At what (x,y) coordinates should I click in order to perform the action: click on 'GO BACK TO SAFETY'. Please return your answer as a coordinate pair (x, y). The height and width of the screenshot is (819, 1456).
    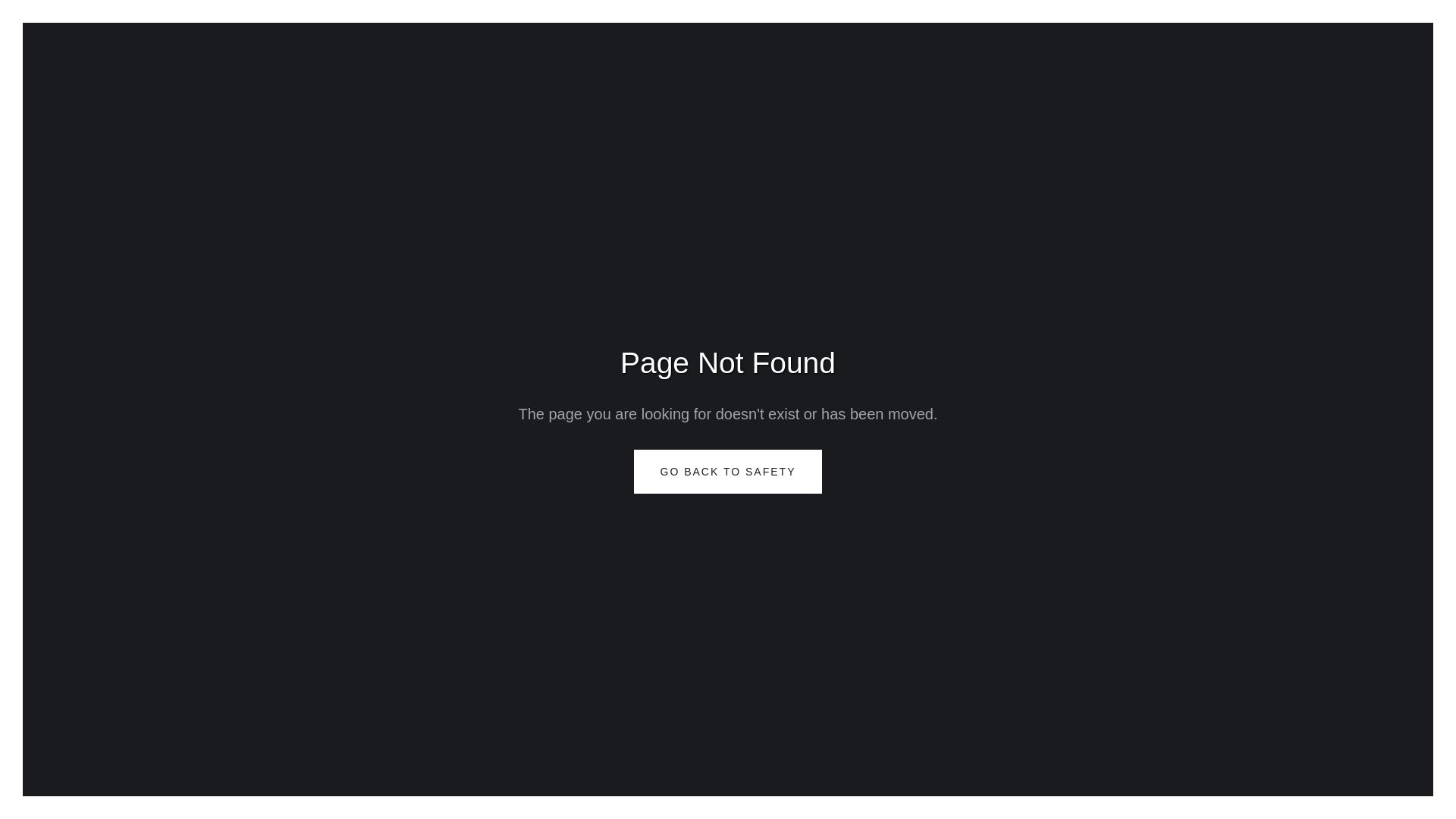
    Looking at the image, I should click on (728, 470).